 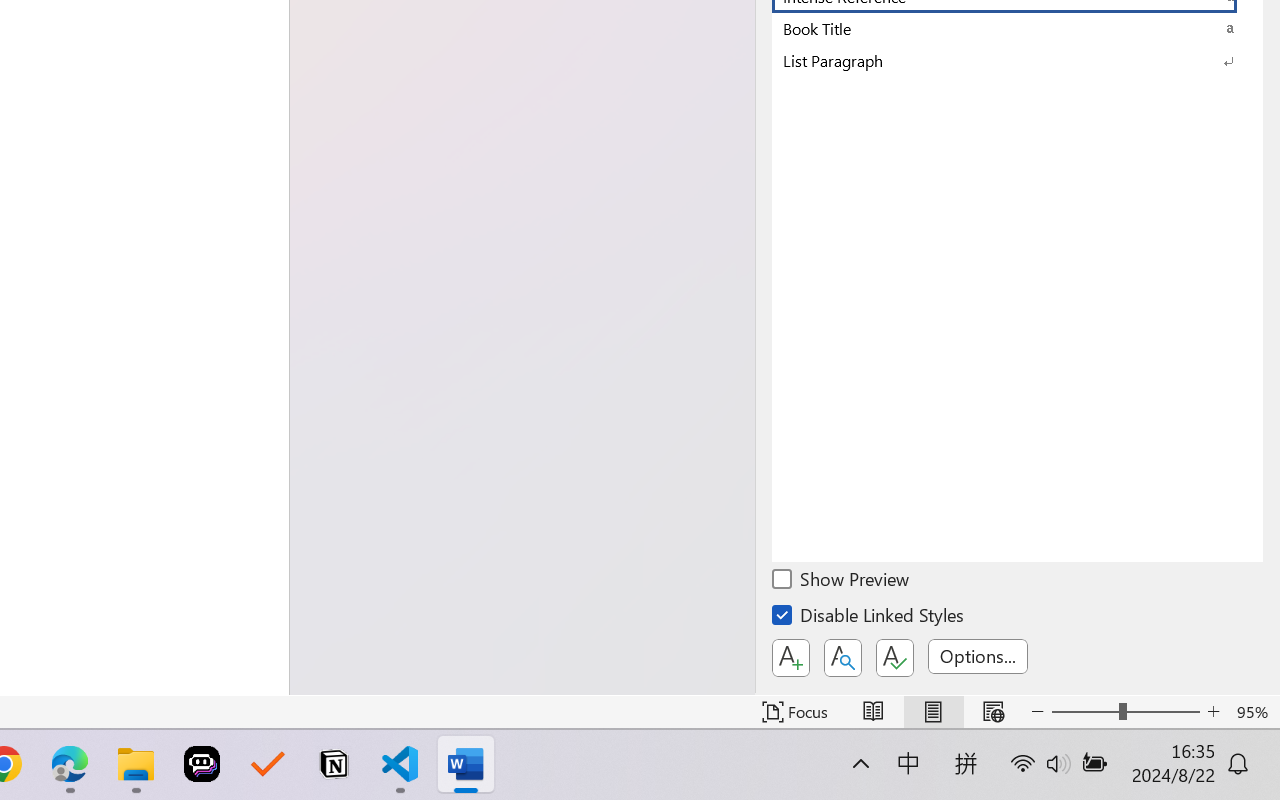 I want to click on 'Show Preview', so click(x=842, y=581).